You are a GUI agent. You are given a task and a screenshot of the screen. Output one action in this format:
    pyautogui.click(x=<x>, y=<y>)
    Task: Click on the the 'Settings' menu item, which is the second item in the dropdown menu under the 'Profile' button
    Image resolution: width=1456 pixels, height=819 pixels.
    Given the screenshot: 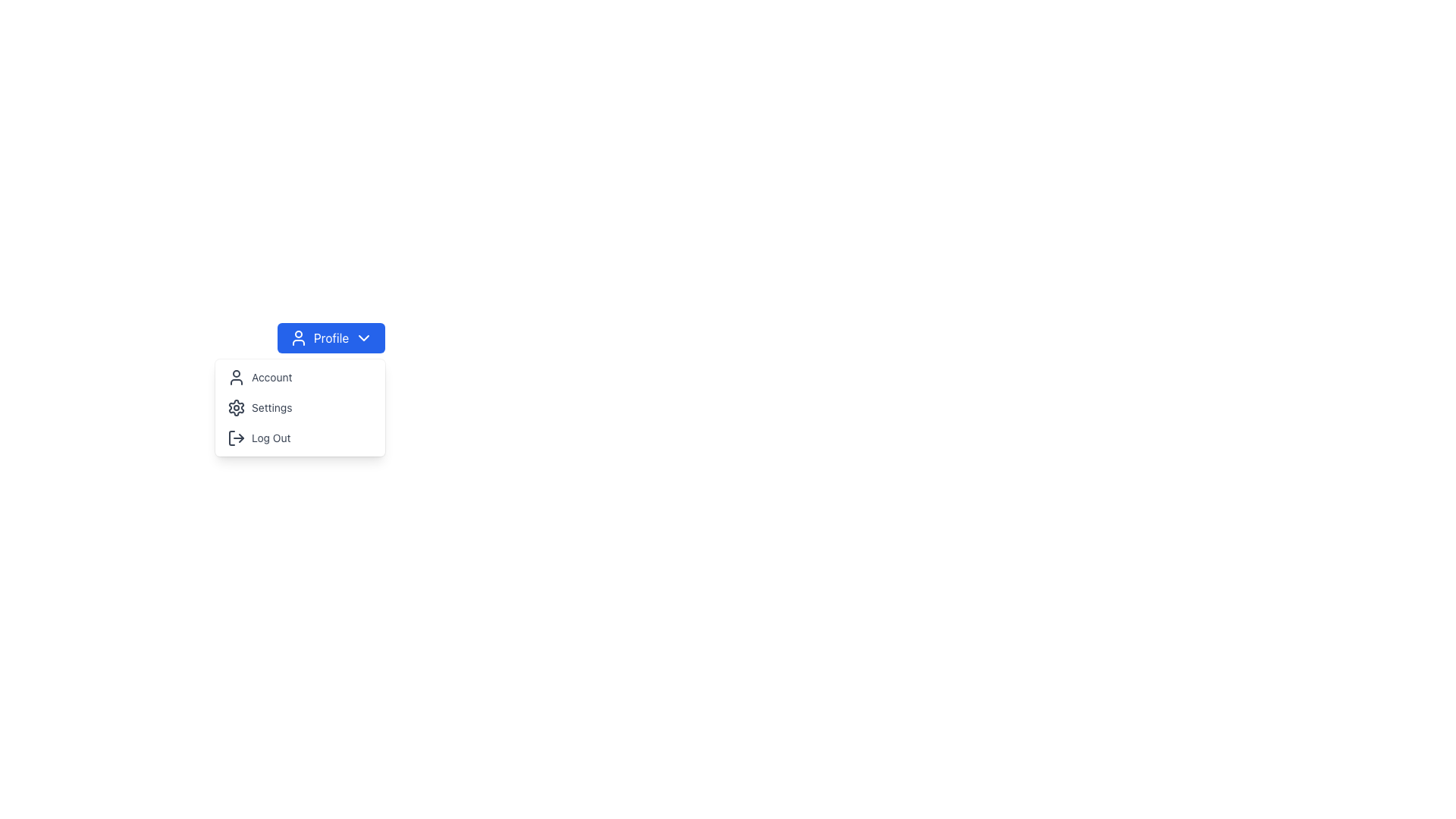 What is the action you would take?
    pyautogui.click(x=300, y=406)
    